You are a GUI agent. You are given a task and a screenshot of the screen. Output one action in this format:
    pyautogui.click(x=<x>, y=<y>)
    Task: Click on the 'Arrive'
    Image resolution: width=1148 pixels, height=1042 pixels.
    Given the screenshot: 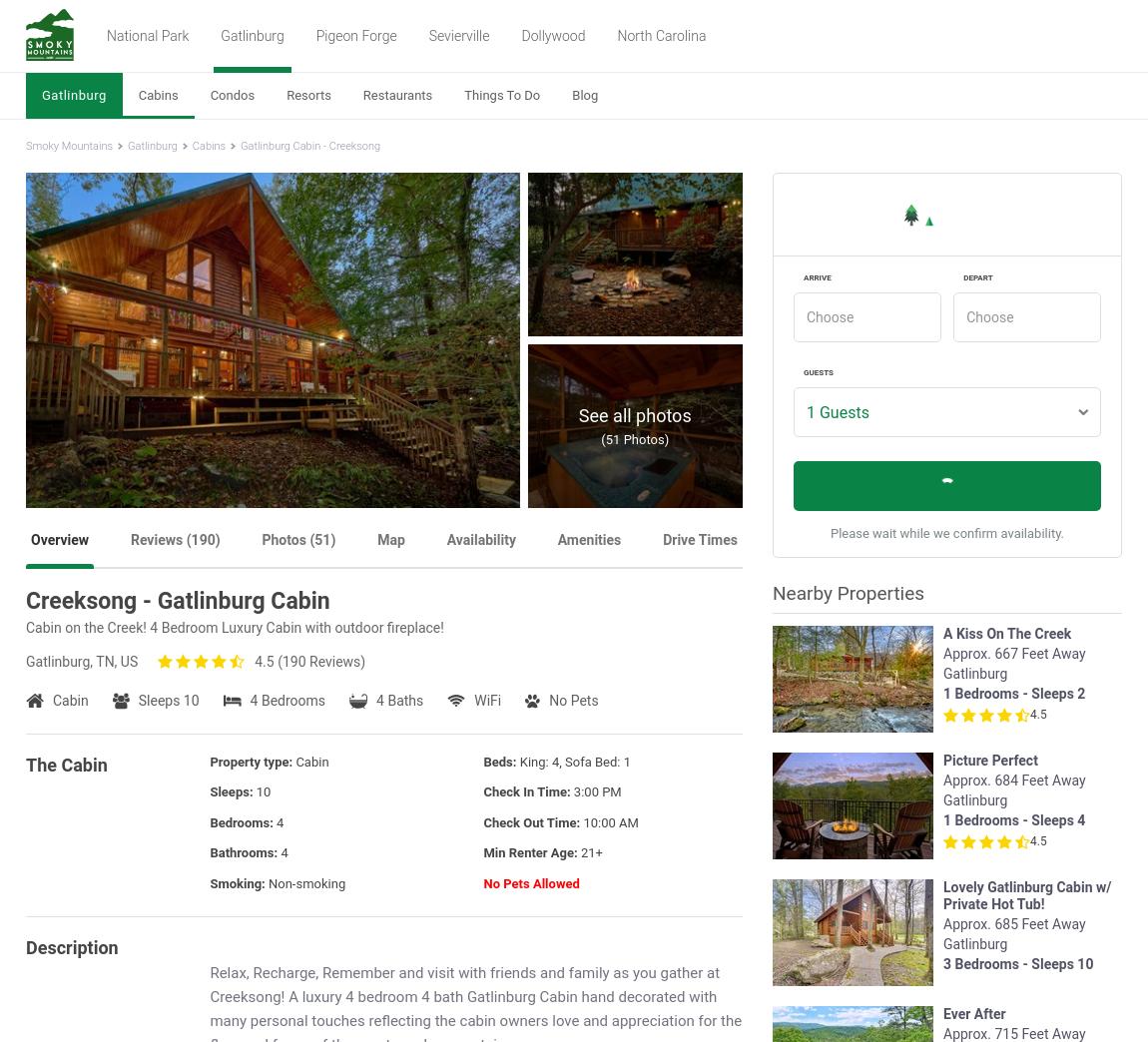 What is the action you would take?
    pyautogui.click(x=803, y=276)
    